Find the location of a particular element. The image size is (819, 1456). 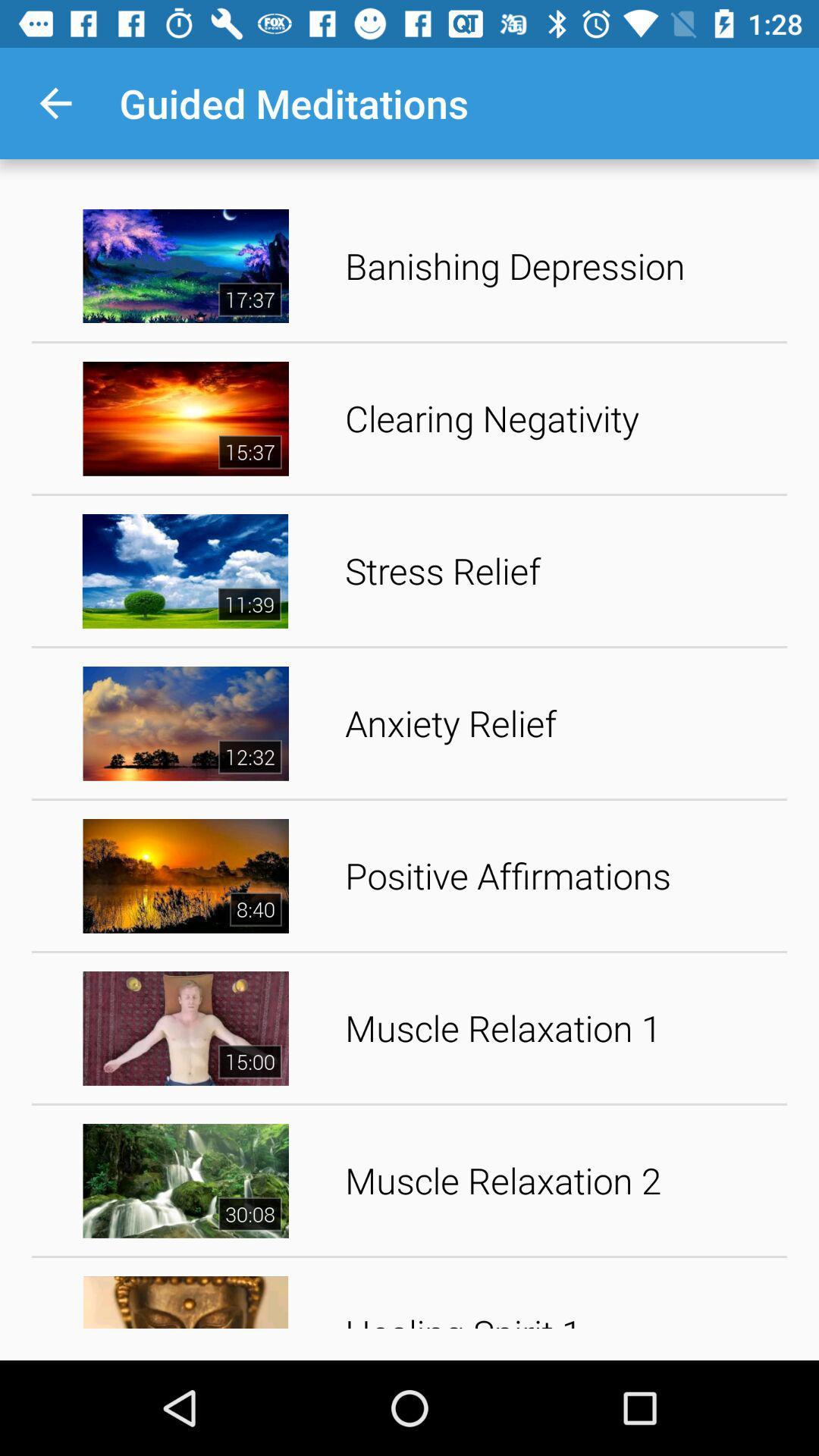

second option image is located at coordinates (185, 419).